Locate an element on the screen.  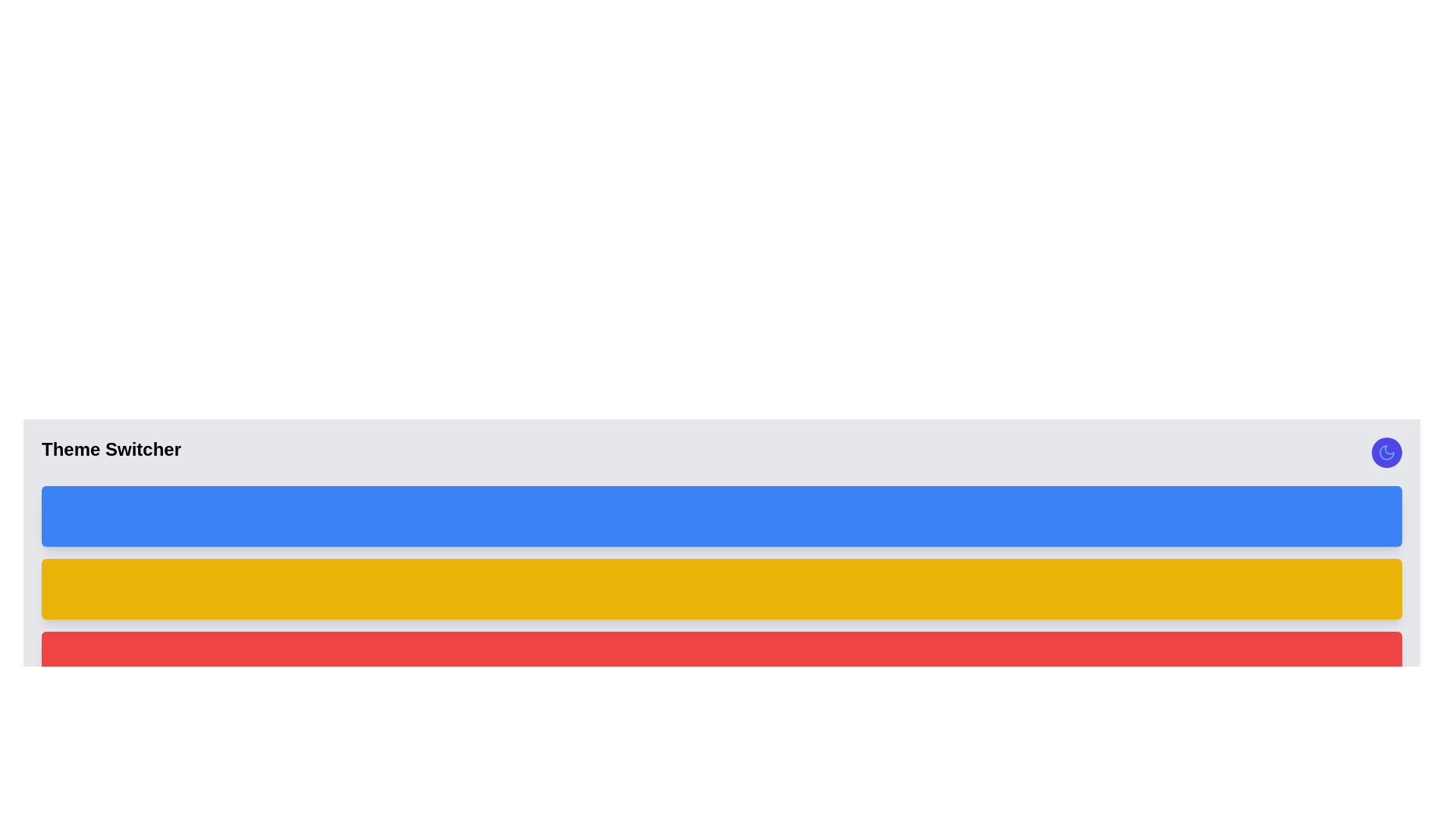
the theme switcher button located at the extreme right of the row, next to the 'Theme Switcher' text, to trigger a visual response is located at coordinates (1386, 452).